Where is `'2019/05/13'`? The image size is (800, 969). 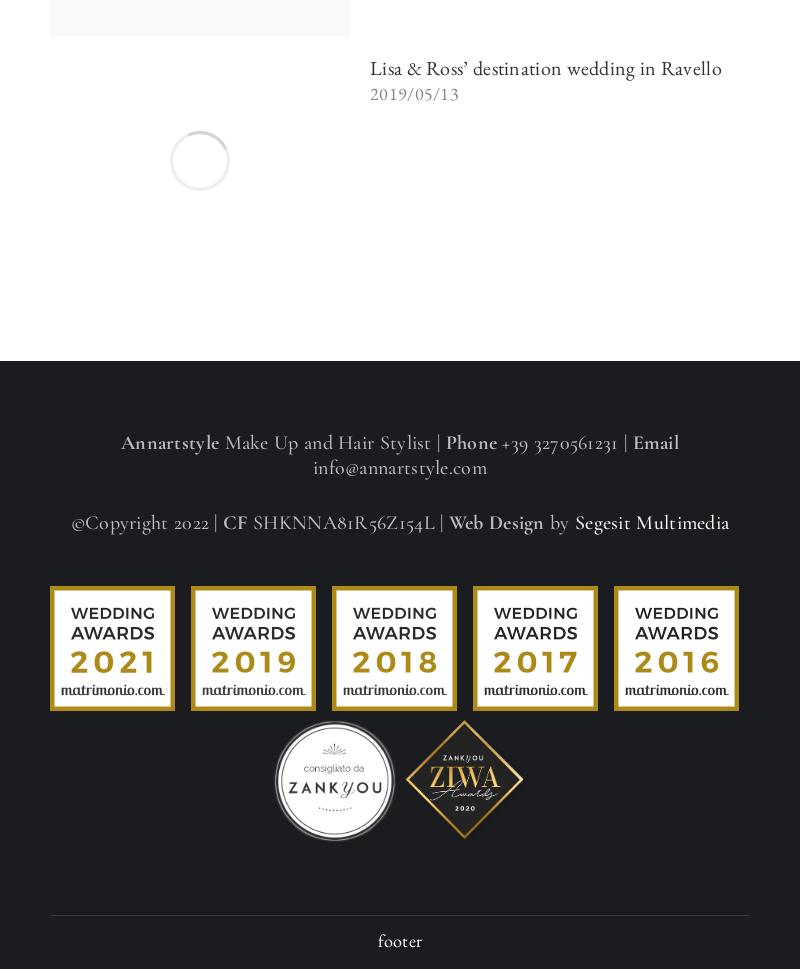 '2019/05/13' is located at coordinates (414, 93).